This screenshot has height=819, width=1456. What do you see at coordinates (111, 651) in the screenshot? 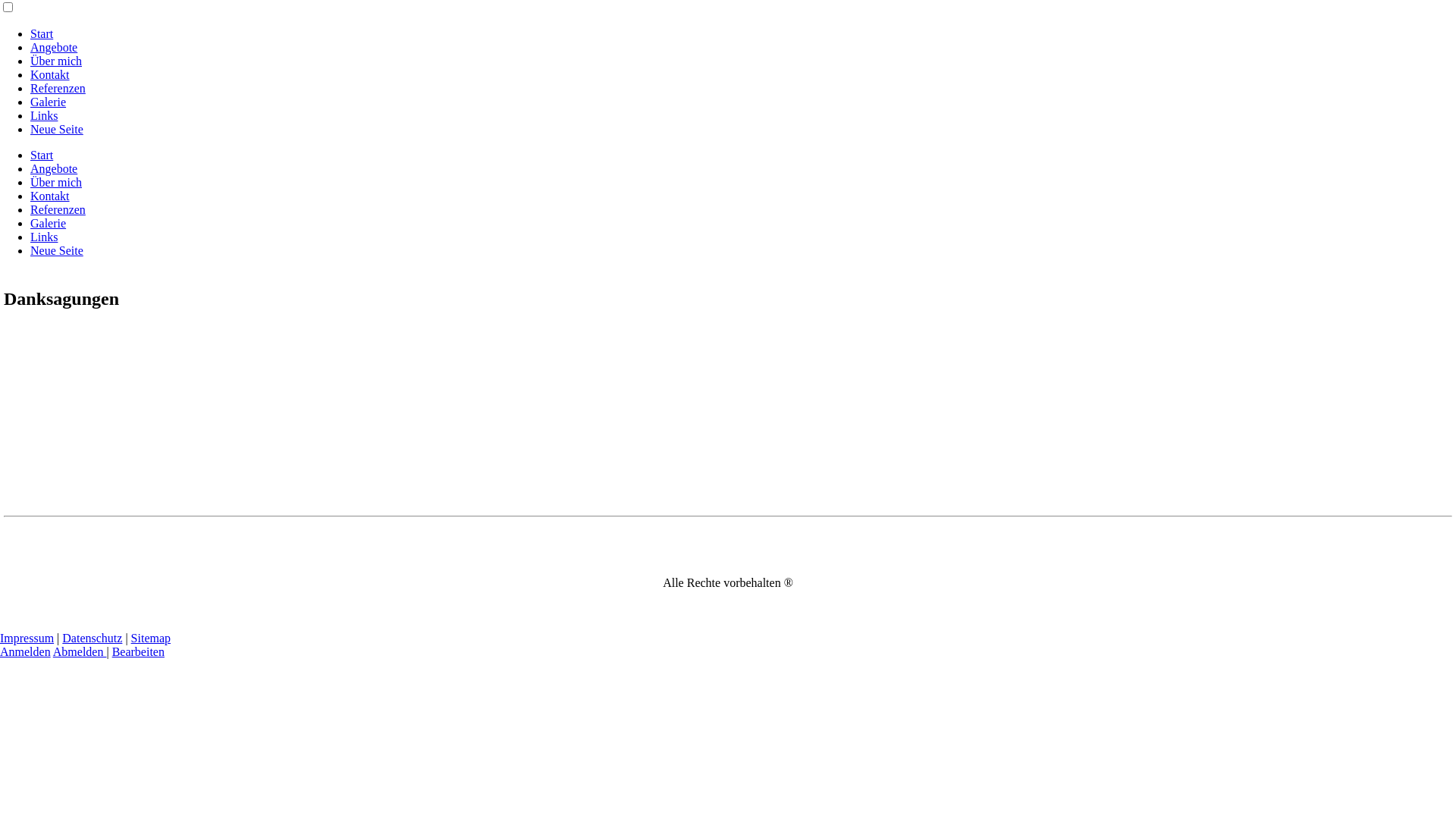
I see `'Bearbeiten'` at bounding box center [111, 651].